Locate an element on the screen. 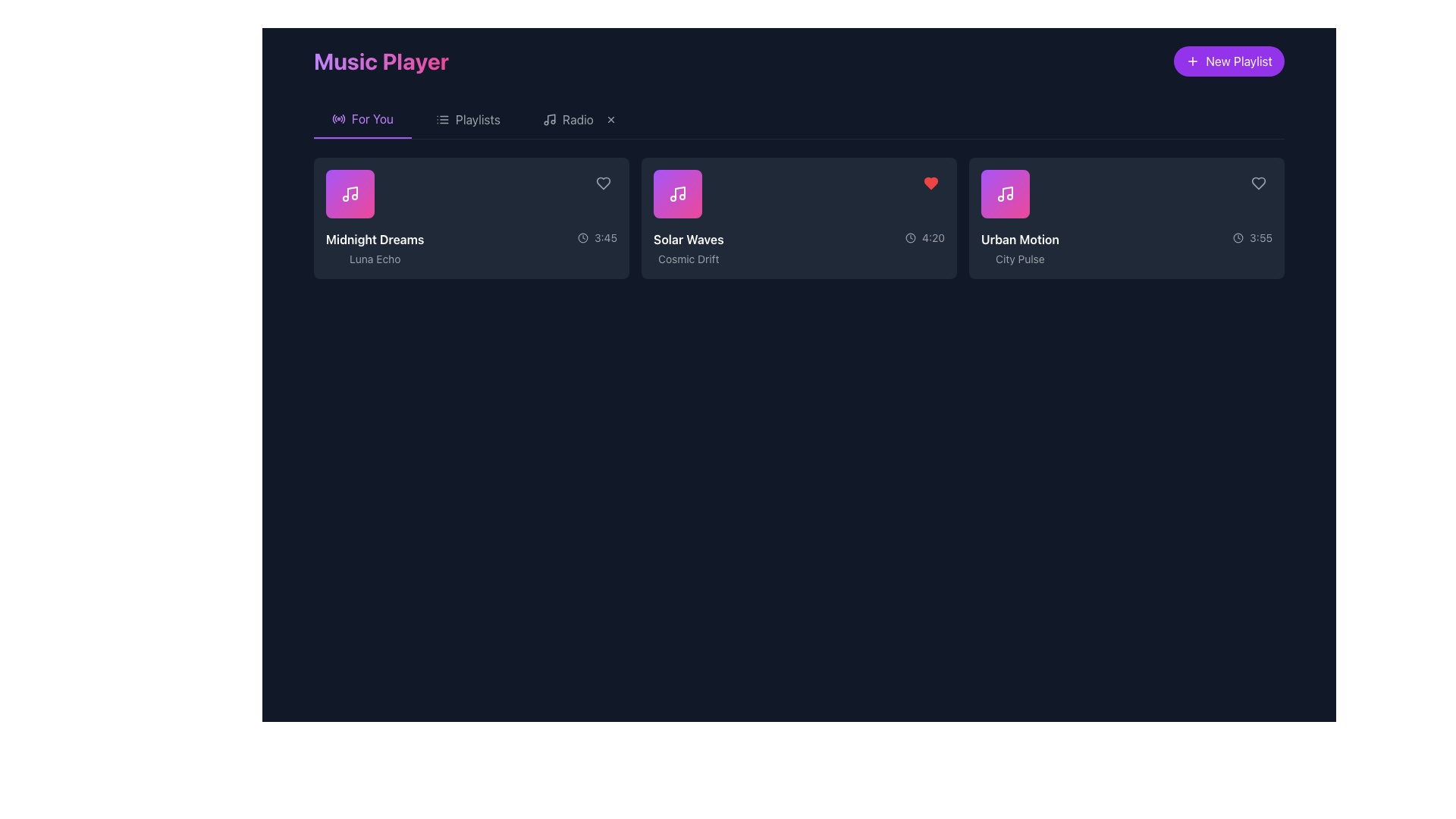 This screenshot has height=819, width=1456. the text with icon combination indicating the duration of the track in the bottom-right corner of the 'Urban Motion' card, adjacent to the subtitle 'City Pulse' is located at coordinates (1252, 237).